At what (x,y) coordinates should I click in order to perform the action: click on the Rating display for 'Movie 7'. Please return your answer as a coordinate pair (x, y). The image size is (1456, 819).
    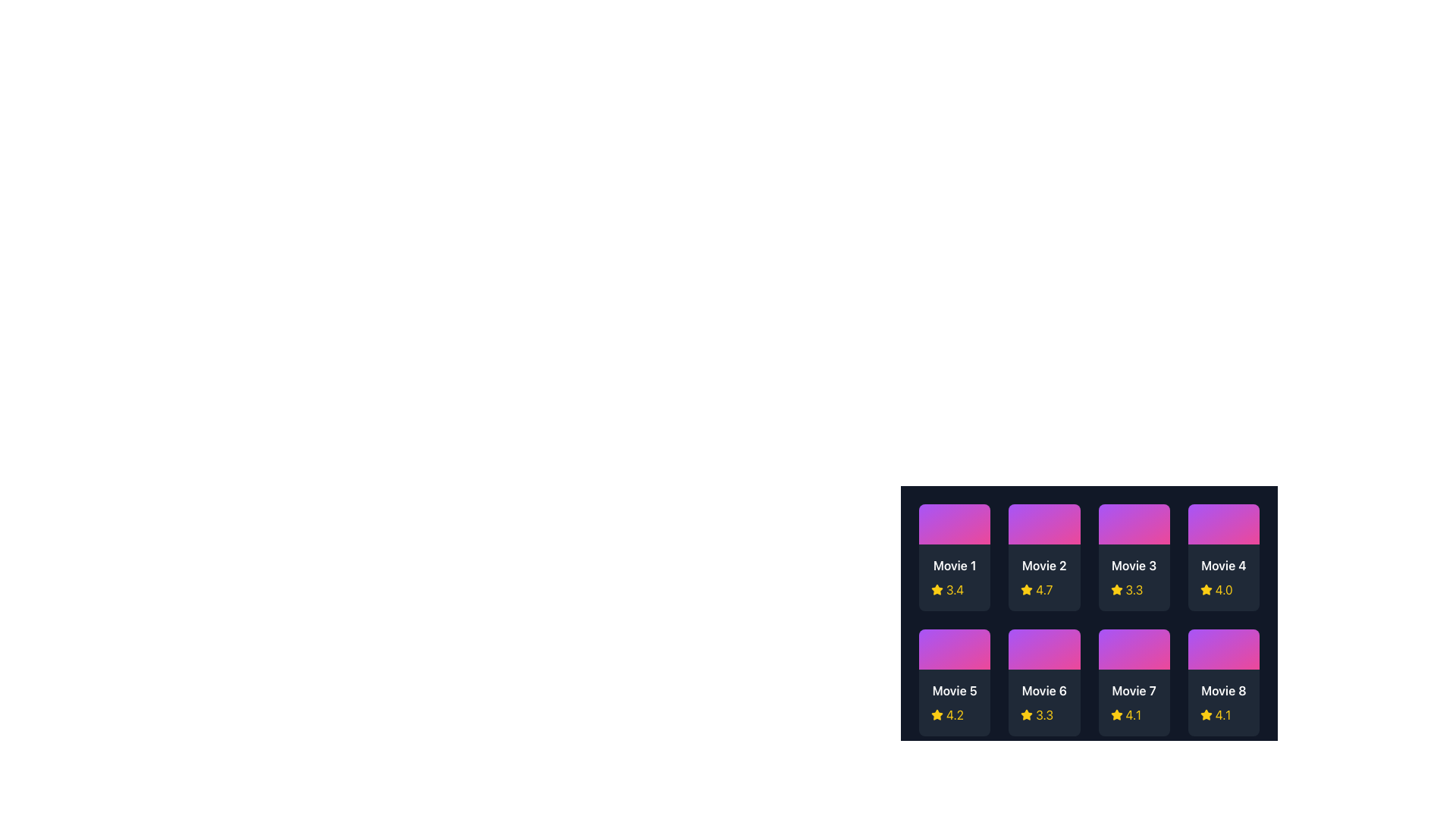
    Looking at the image, I should click on (1134, 715).